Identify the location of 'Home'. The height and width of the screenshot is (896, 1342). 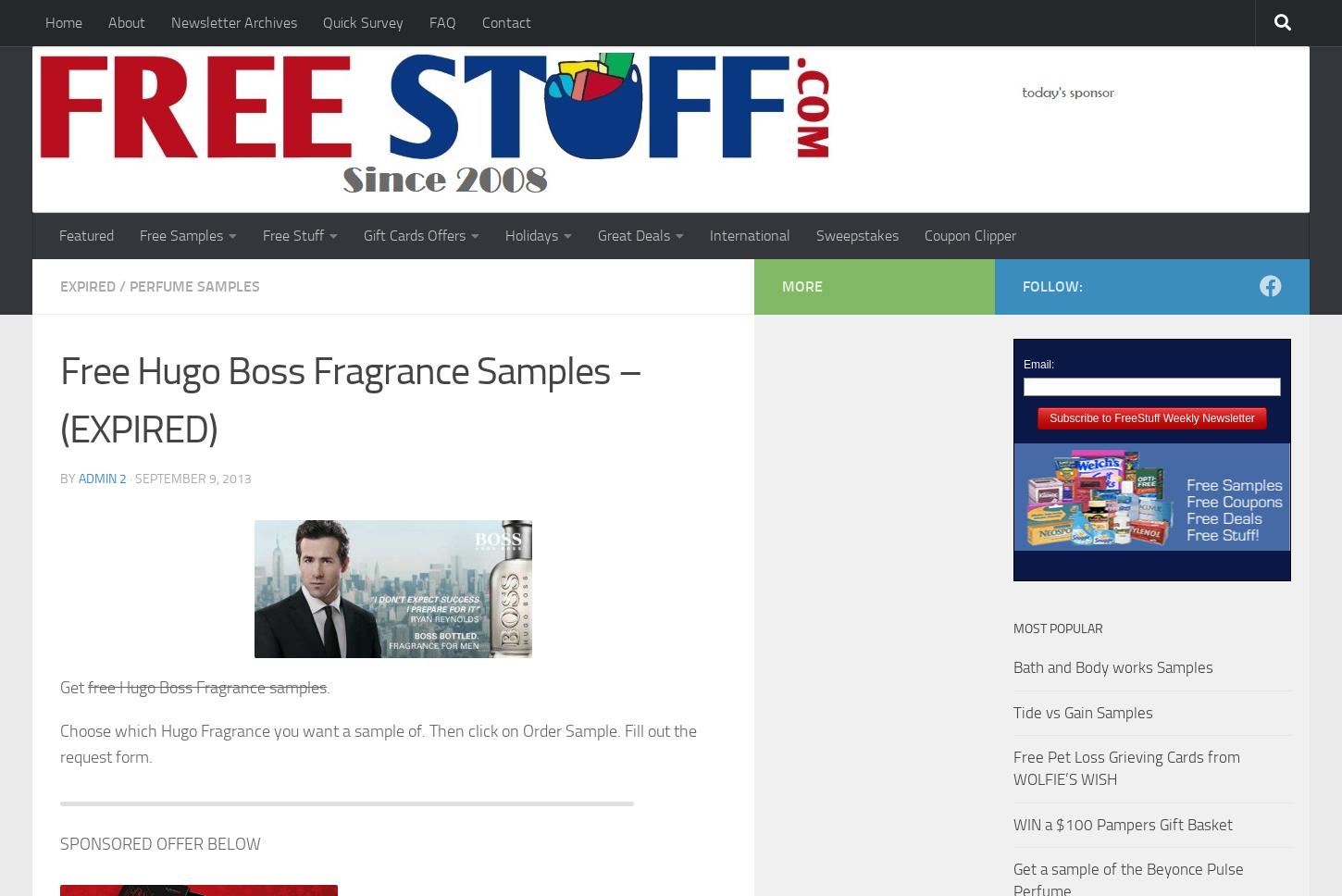
(64, 22).